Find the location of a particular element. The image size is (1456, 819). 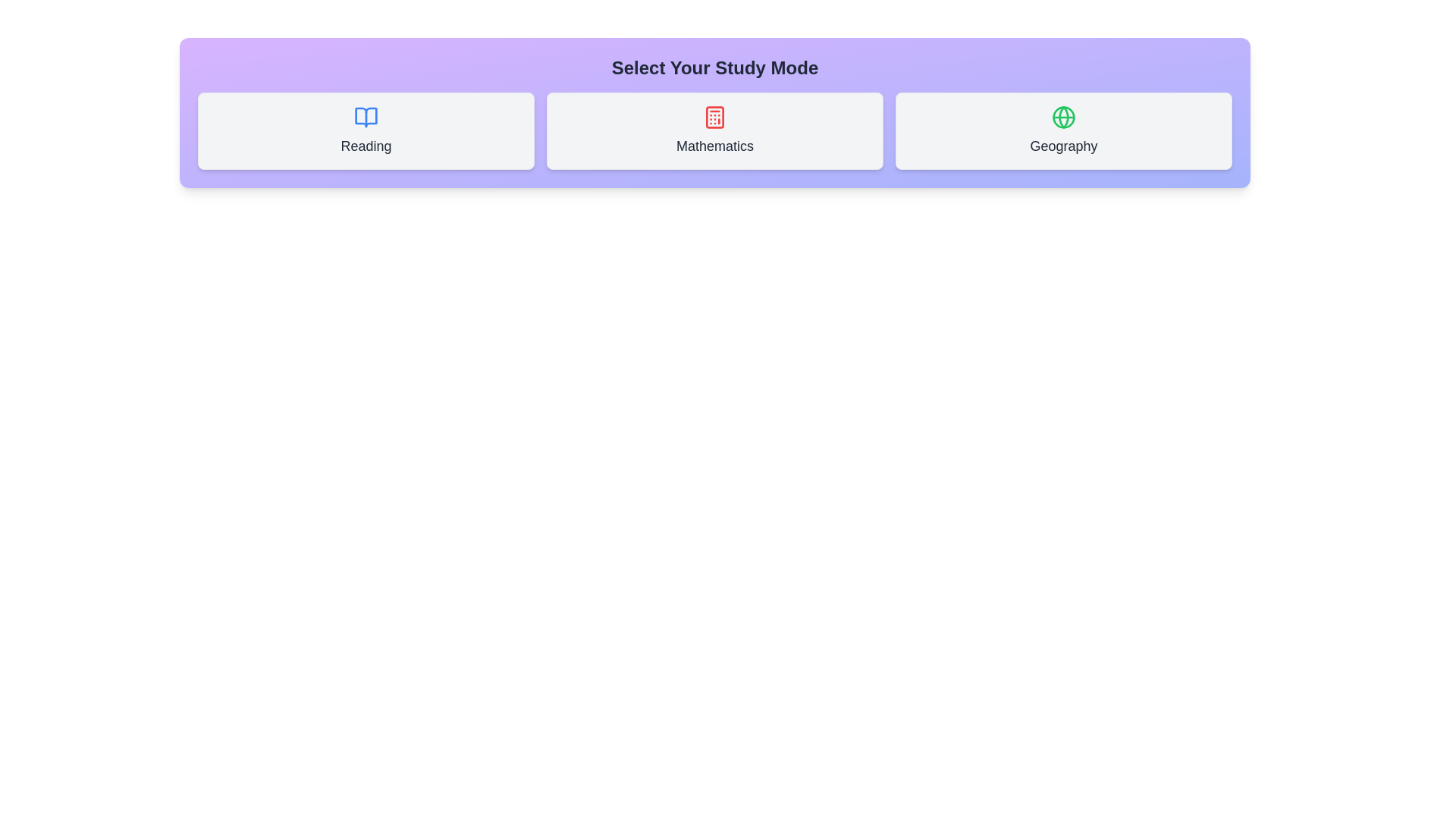

the button corresponding to the study mode Mathematics is located at coordinates (714, 130).